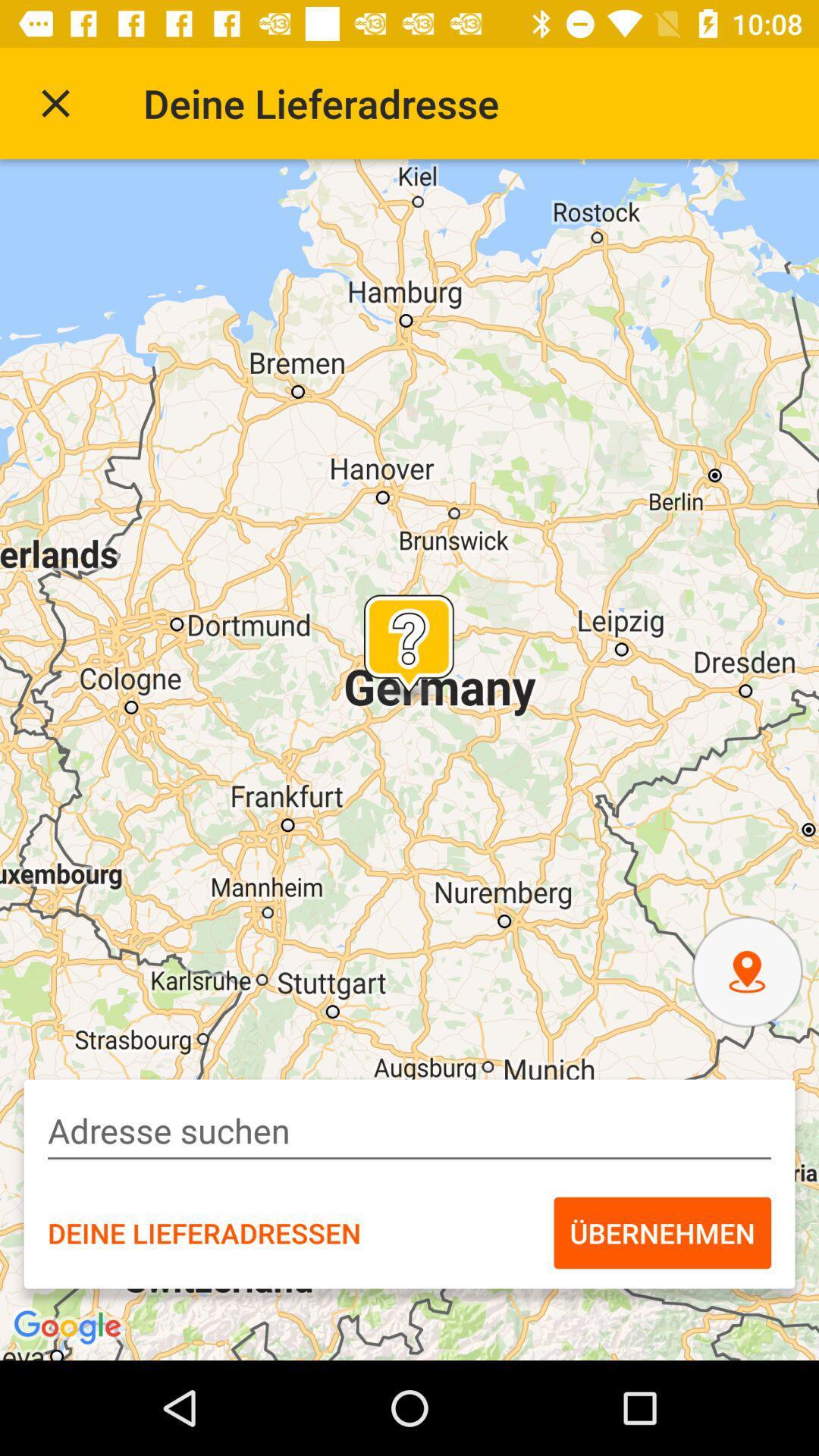 Image resolution: width=819 pixels, height=1456 pixels. What do you see at coordinates (55, 102) in the screenshot?
I see `icon next to the deine lieferadresse icon` at bounding box center [55, 102].